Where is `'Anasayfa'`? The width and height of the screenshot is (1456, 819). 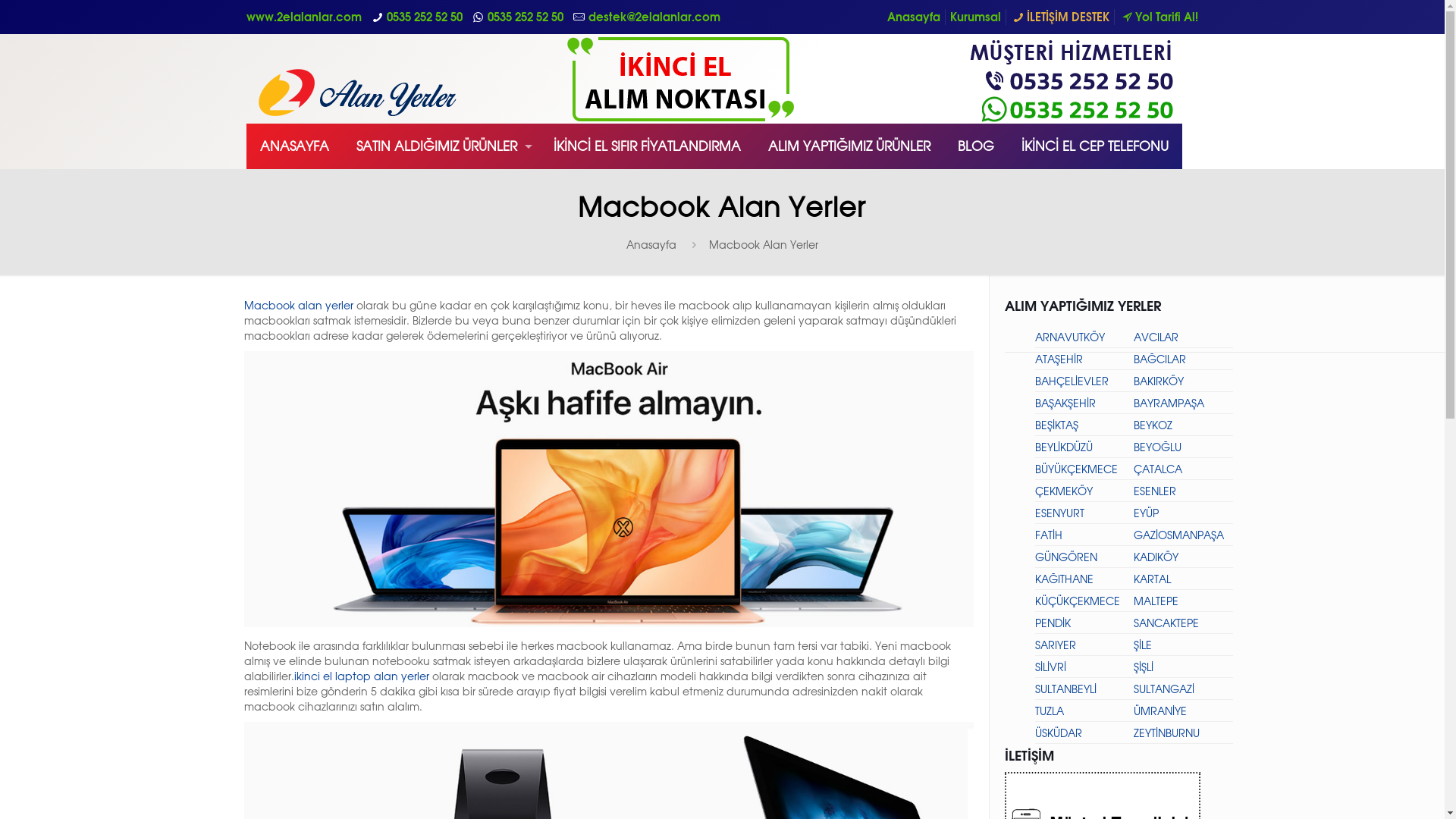
'Anasayfa' is located at coordinates (912, 17).